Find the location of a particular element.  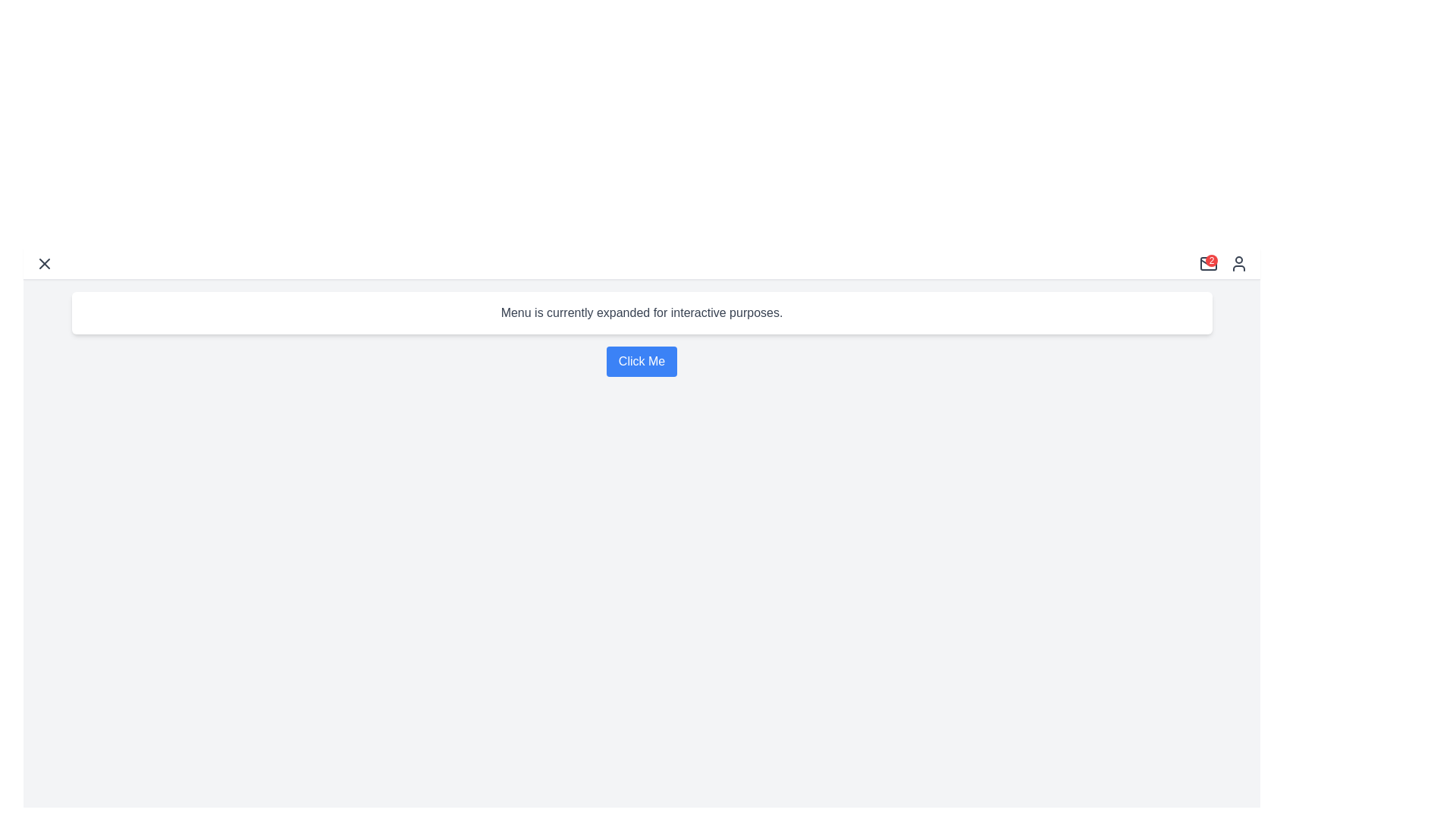

the SVG rectangle that visually represents the lower-left section of the mail icon, contributing to the recognition of its purpose is located at coordinates (1207, 262).